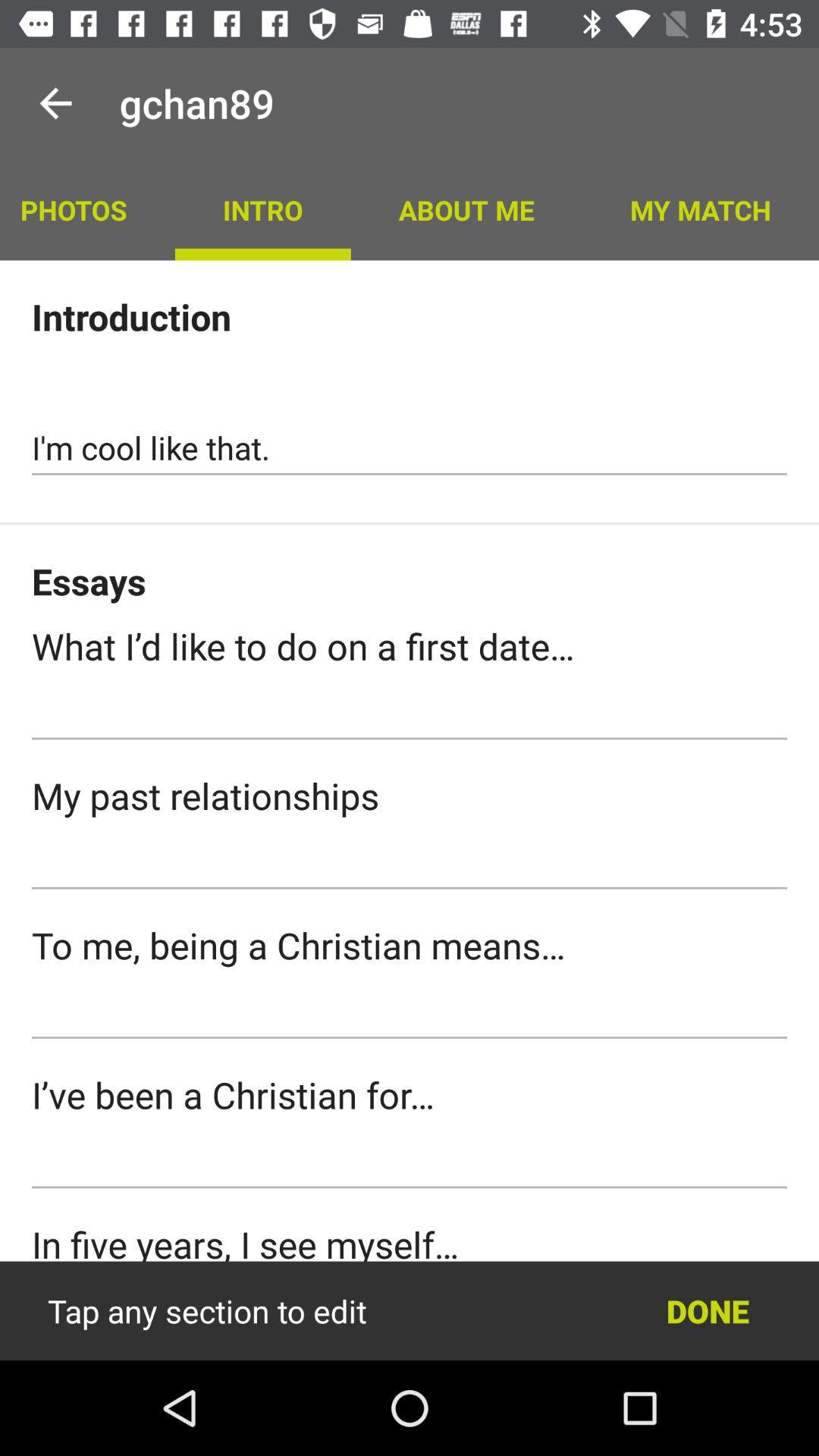 This screenshot has height=1456, width=819. Describe the element at coordinates (409, 1012) in the screenshot. I see `text` at that location.